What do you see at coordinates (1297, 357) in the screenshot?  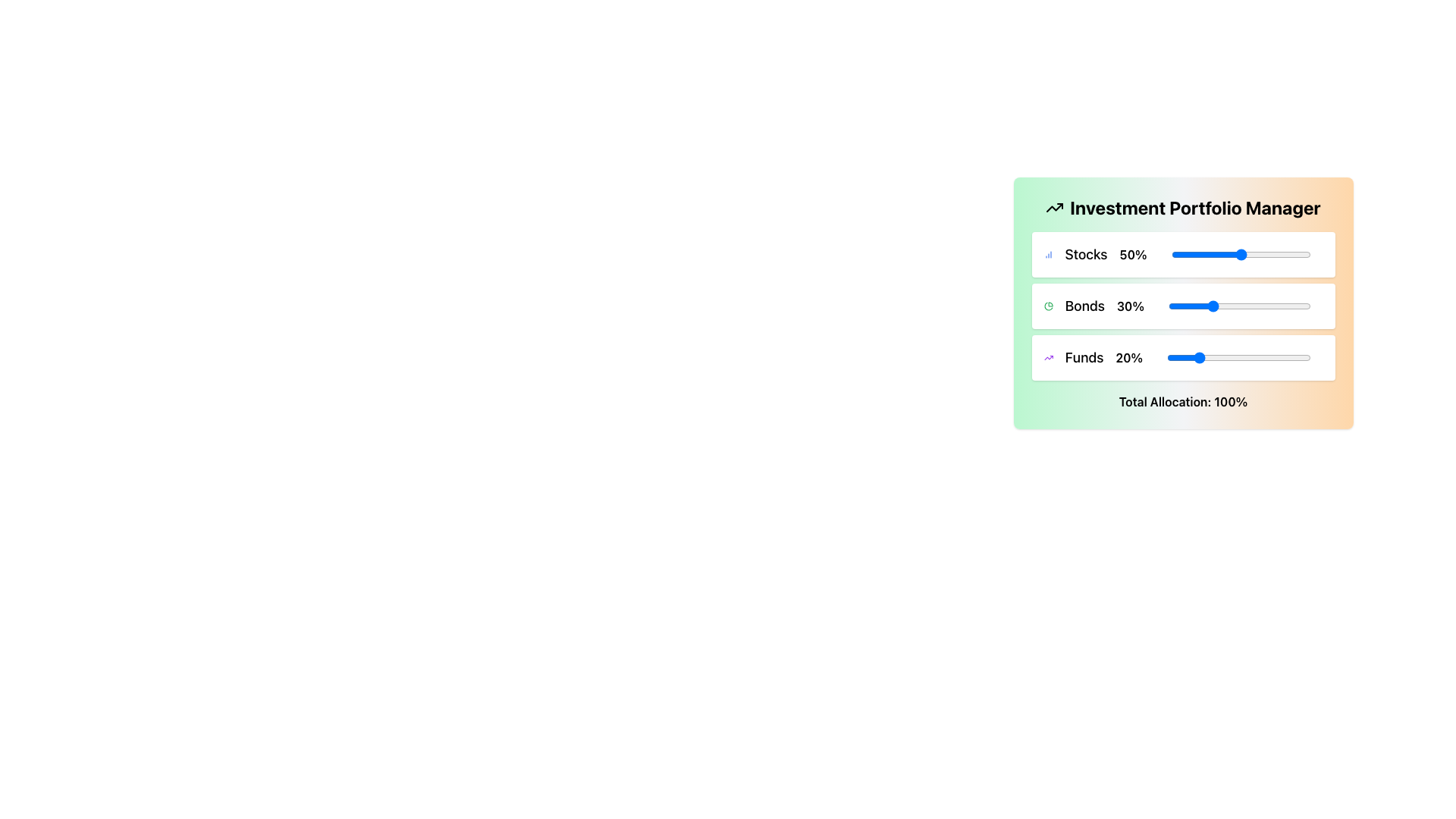 I see `the 'Funds' allocation` at bounding box center [1297, 357].